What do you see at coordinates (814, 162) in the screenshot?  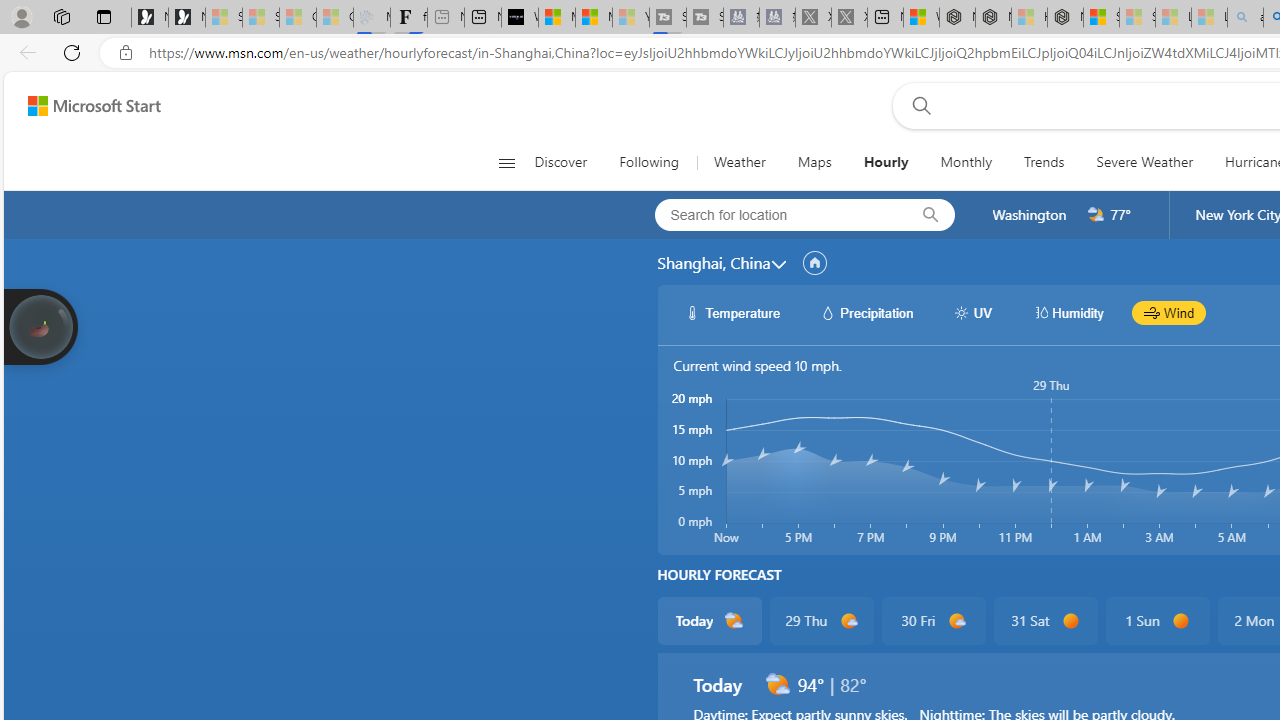 I see `'Maps'` at bounding box center [814, 162].